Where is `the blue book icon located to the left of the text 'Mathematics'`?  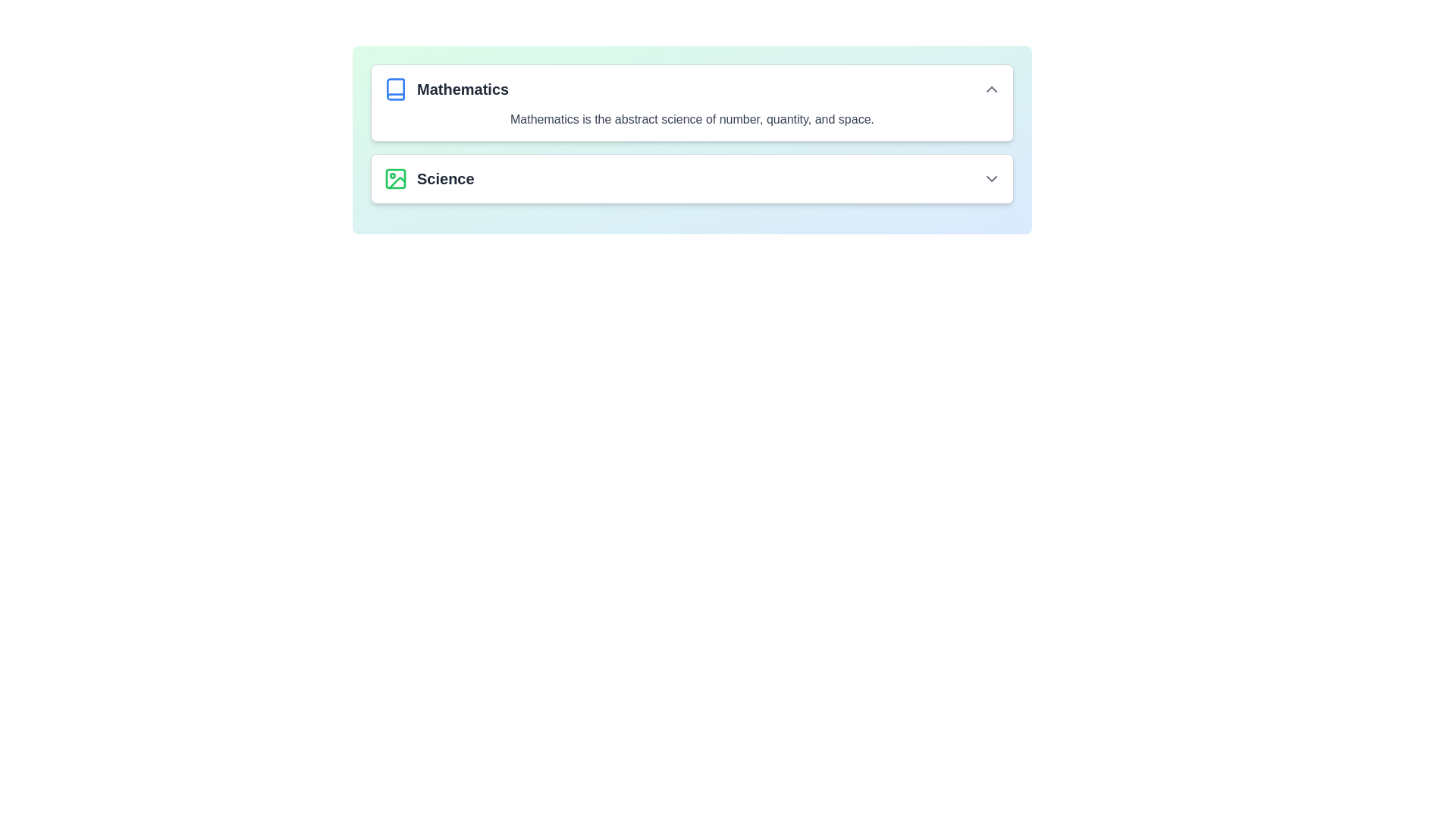 the blue book icon located to the left of the text 'Mathematics' is located at coordinates (396, 89).